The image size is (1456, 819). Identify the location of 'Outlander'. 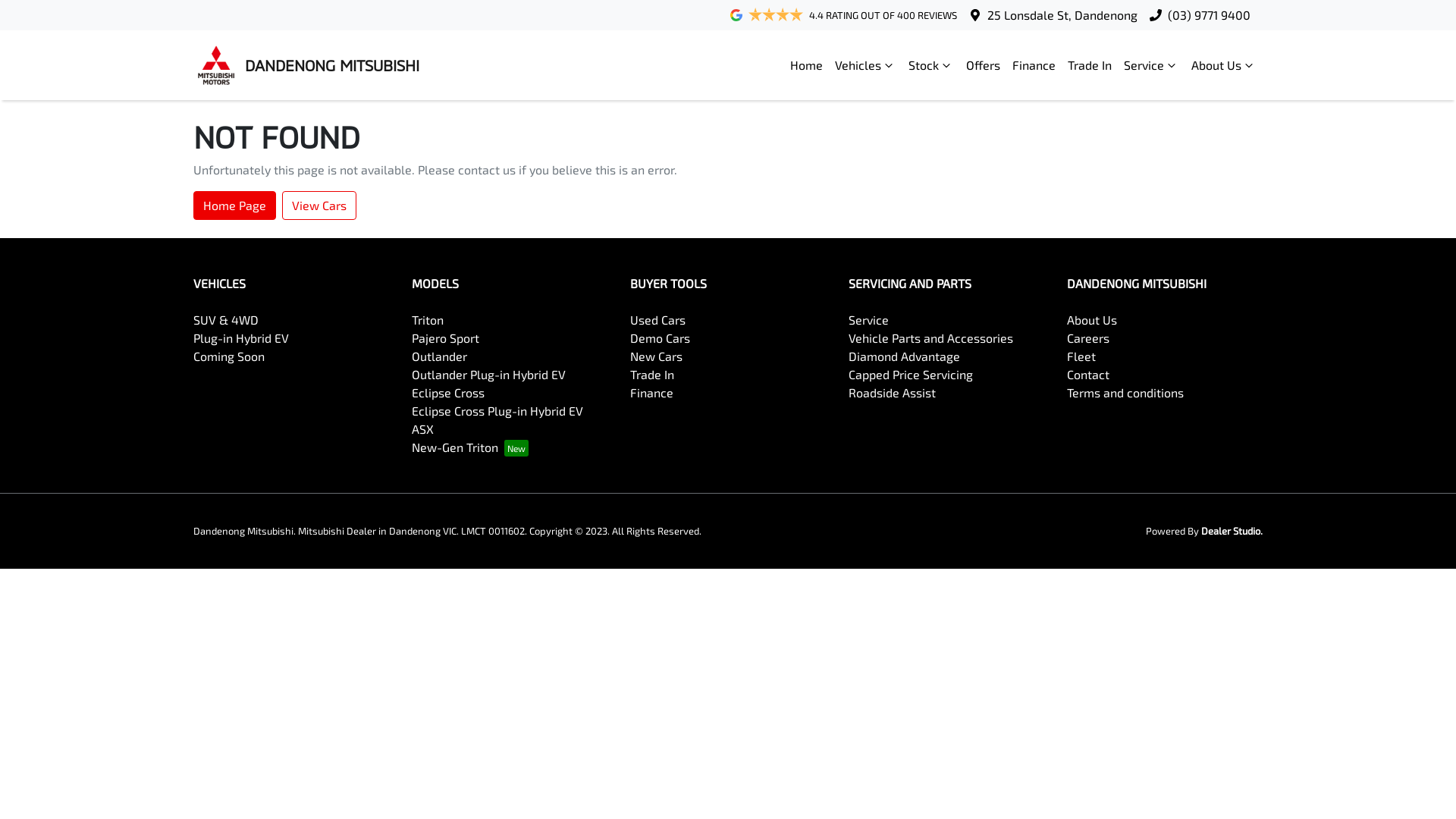
(438, 356).